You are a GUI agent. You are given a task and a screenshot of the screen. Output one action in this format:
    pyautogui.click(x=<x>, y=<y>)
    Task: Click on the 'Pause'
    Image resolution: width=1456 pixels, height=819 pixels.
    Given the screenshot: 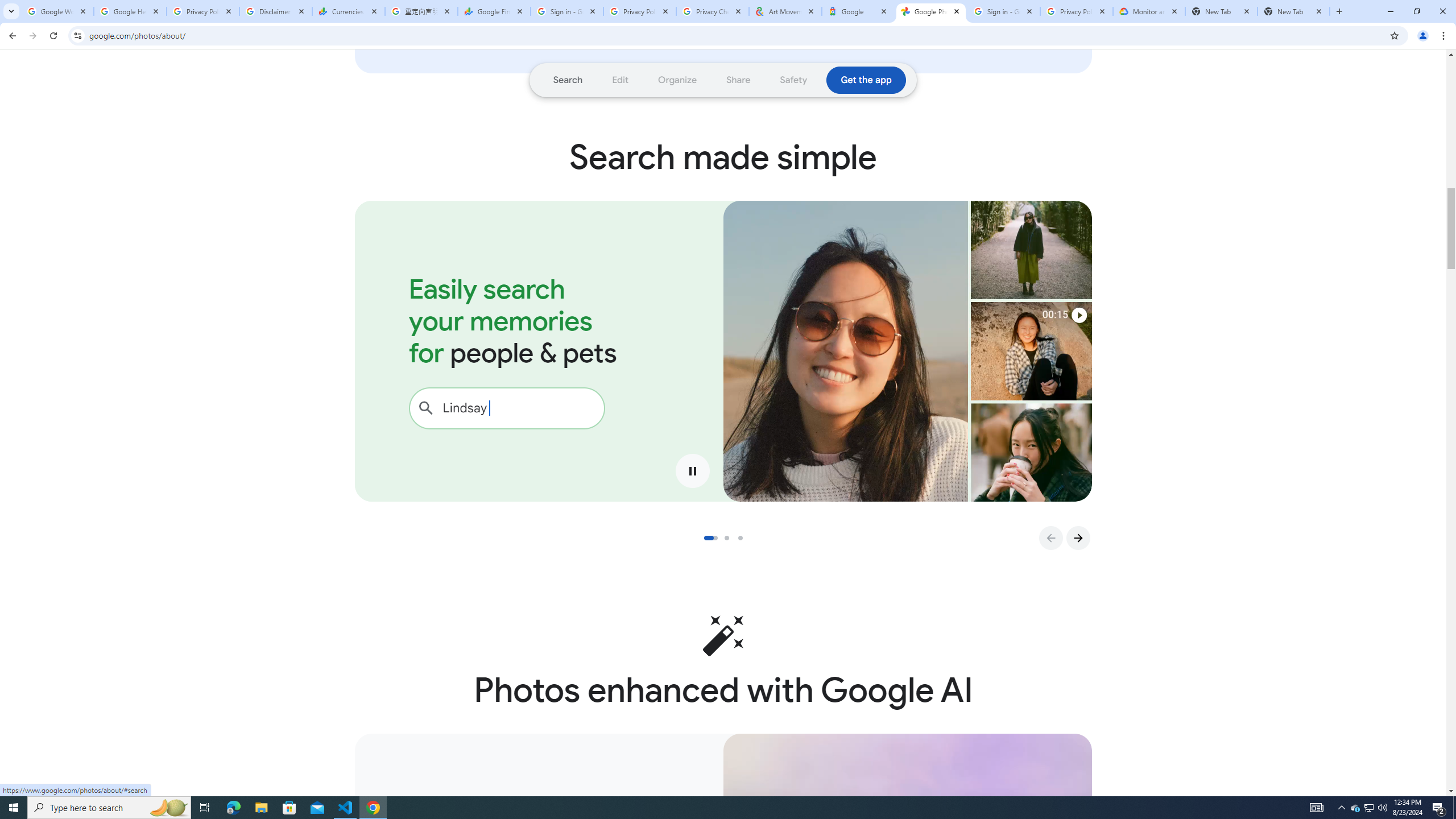 What is the action you would take?
    pyautogui.click(x=693, y=470)
    